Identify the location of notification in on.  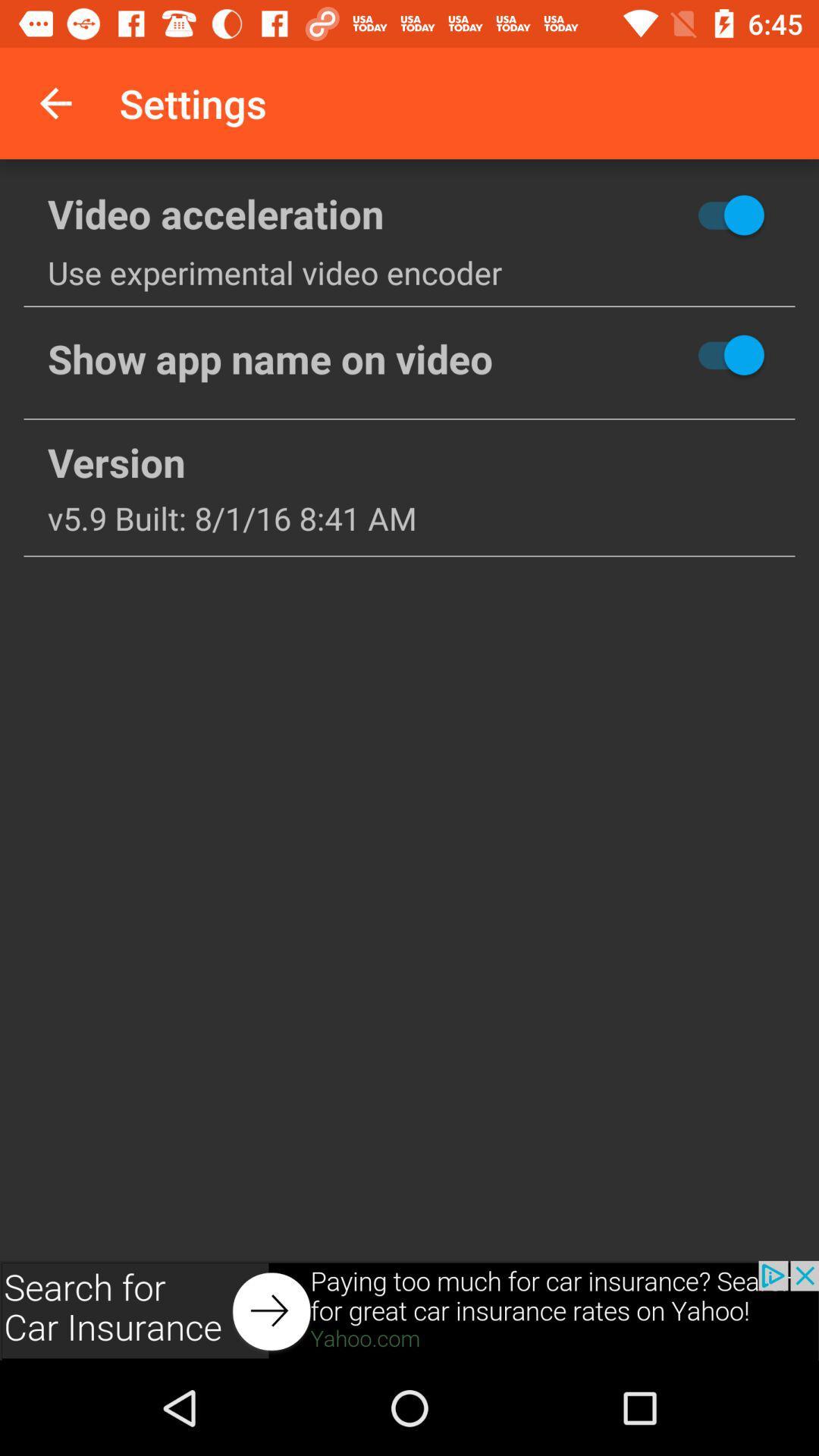
(675, 354).